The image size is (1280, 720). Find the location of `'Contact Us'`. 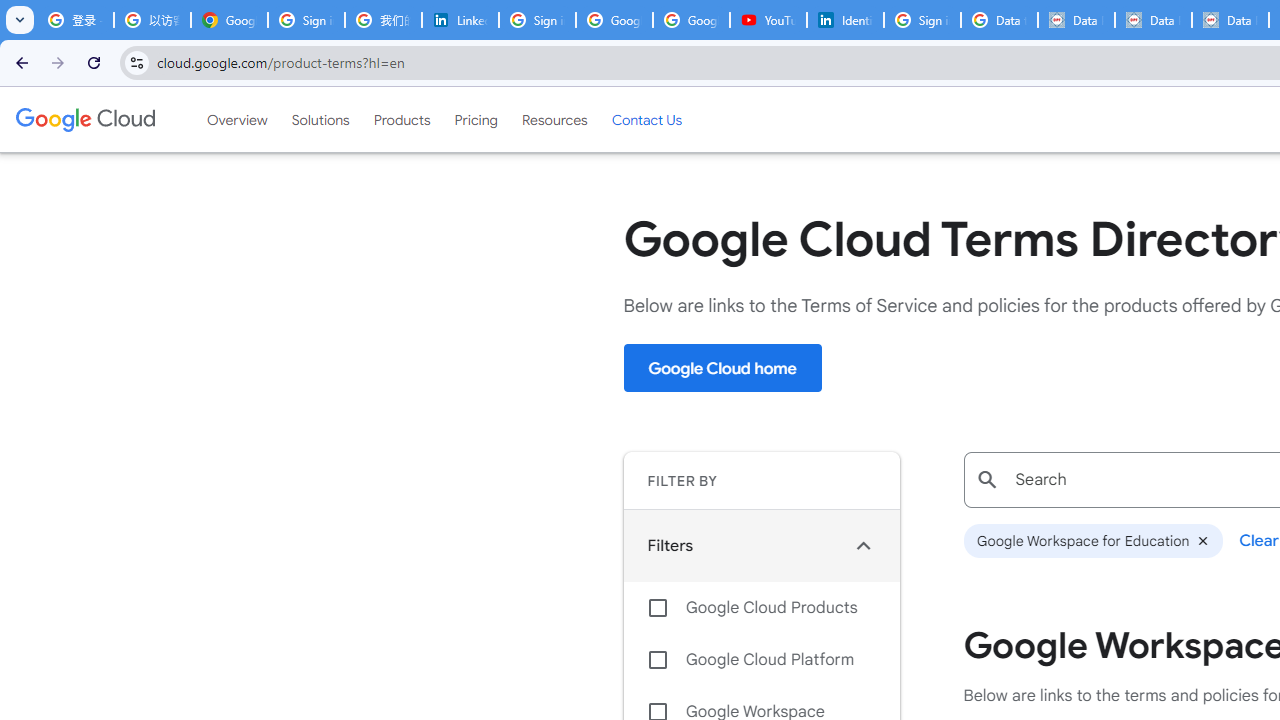

'Contact Us' is located at coordinates (647, 119).